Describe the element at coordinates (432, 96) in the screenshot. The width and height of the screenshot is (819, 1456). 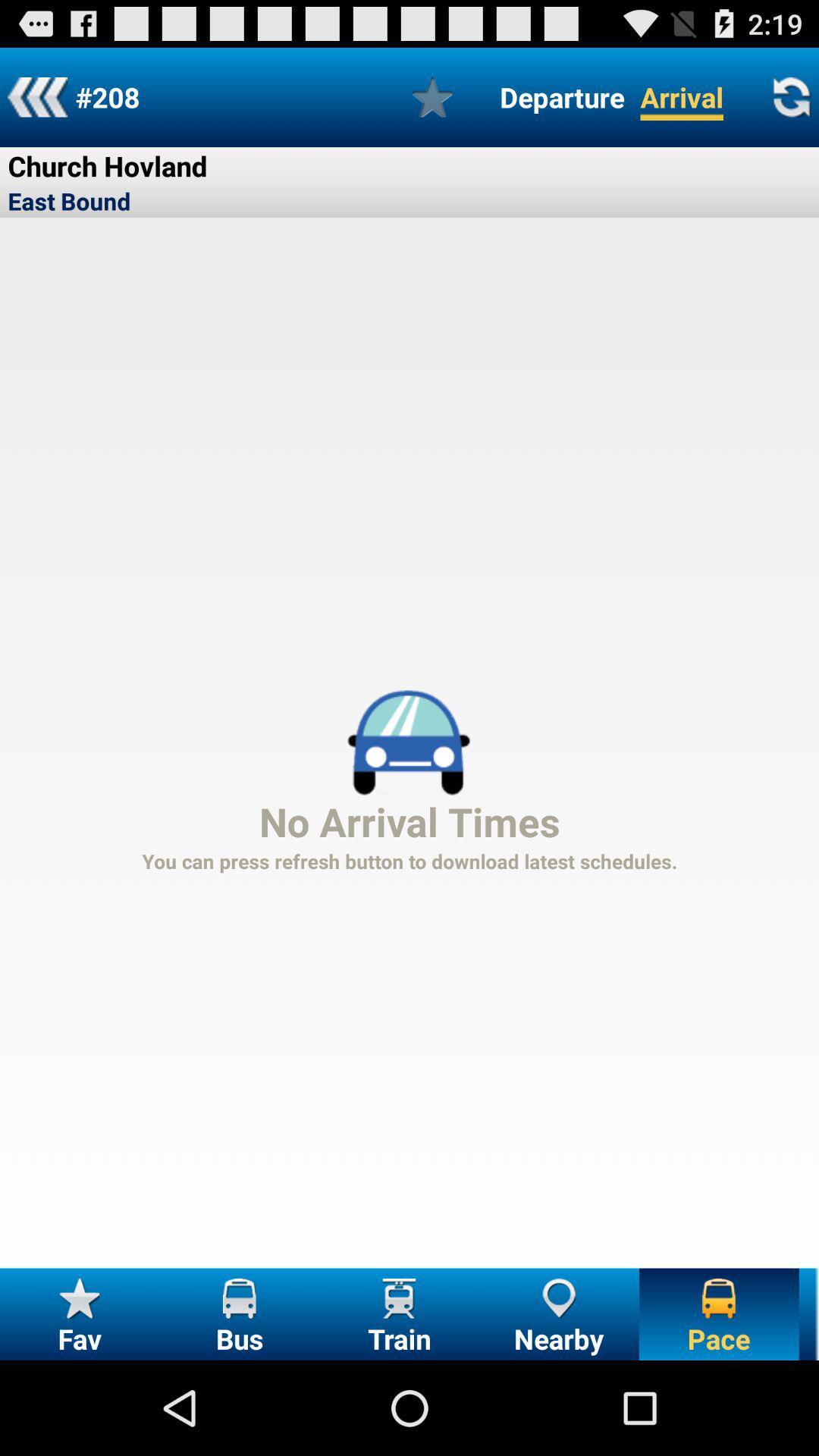
I see `mark as favorite` at that location.